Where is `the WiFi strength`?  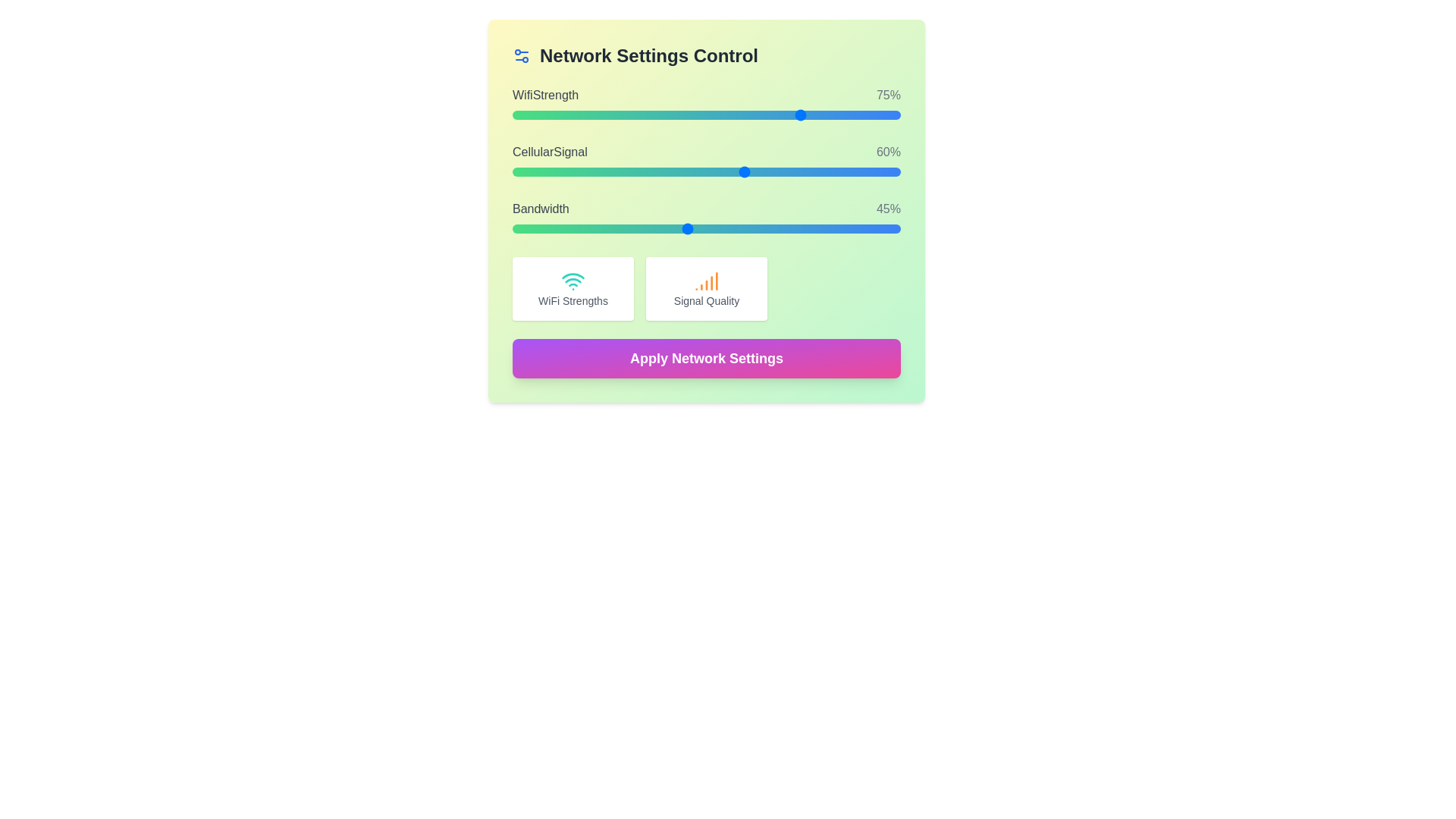
the WiFi strength is located at coordinates (799, 114).